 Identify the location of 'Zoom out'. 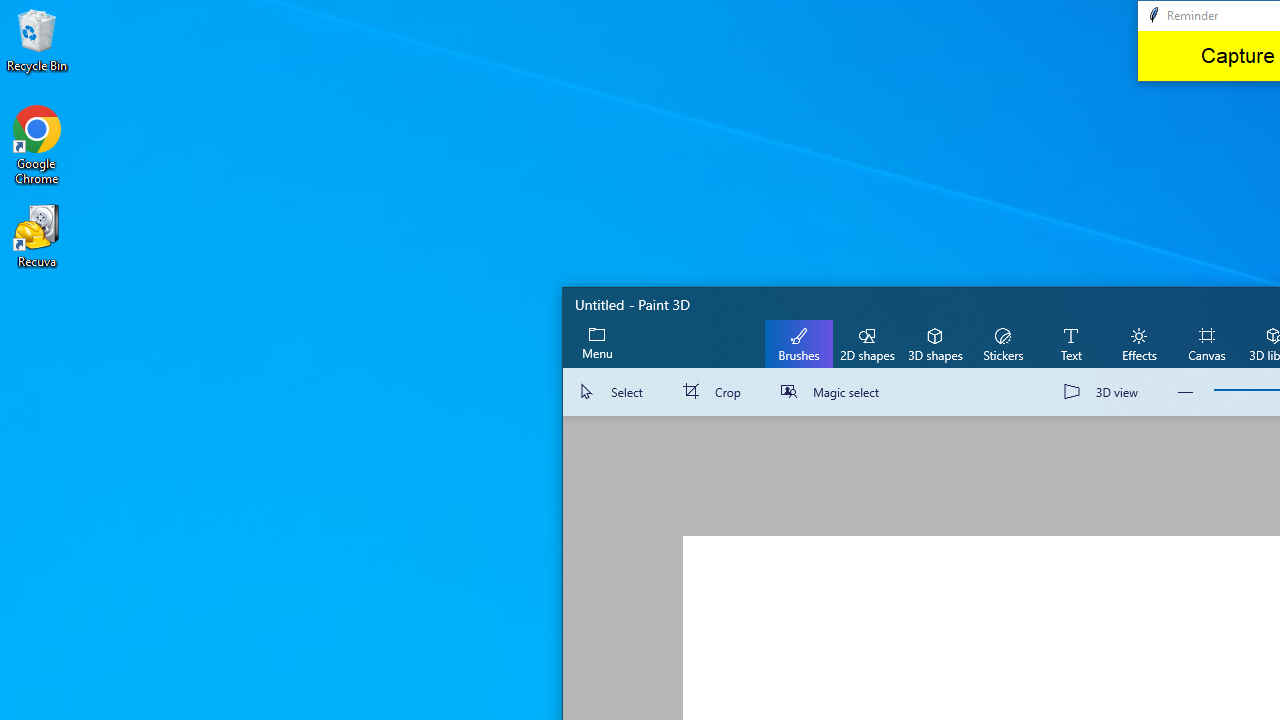
(1185, 392).